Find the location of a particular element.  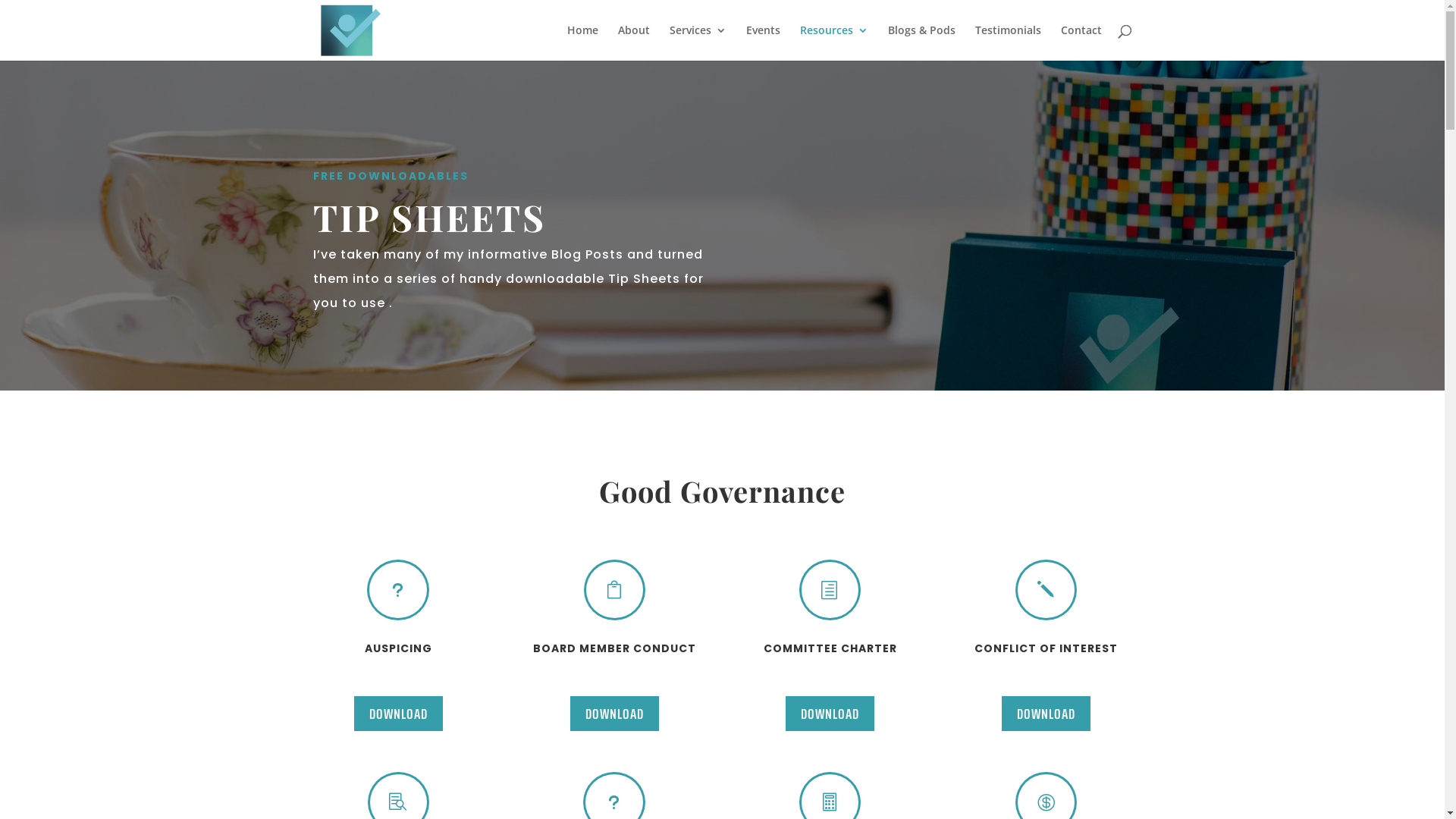

'Services' is located at coordinates (696, 42).